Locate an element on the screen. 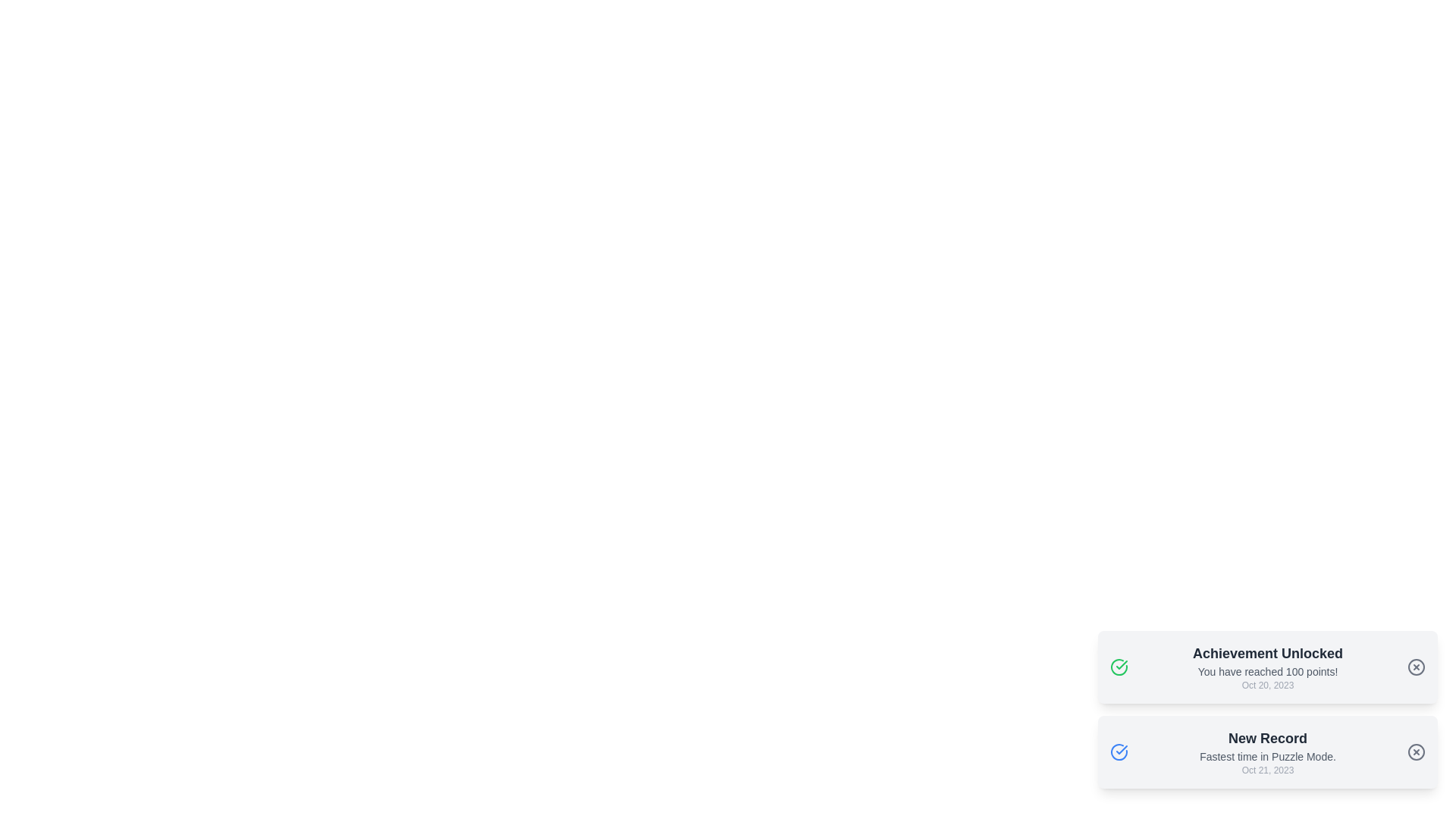 Image resolution: width=1456 pixels, height=819 pixels. the text block within the notification card that displays 'Achievement Unlocked' is located at coordinates (1267, 666).